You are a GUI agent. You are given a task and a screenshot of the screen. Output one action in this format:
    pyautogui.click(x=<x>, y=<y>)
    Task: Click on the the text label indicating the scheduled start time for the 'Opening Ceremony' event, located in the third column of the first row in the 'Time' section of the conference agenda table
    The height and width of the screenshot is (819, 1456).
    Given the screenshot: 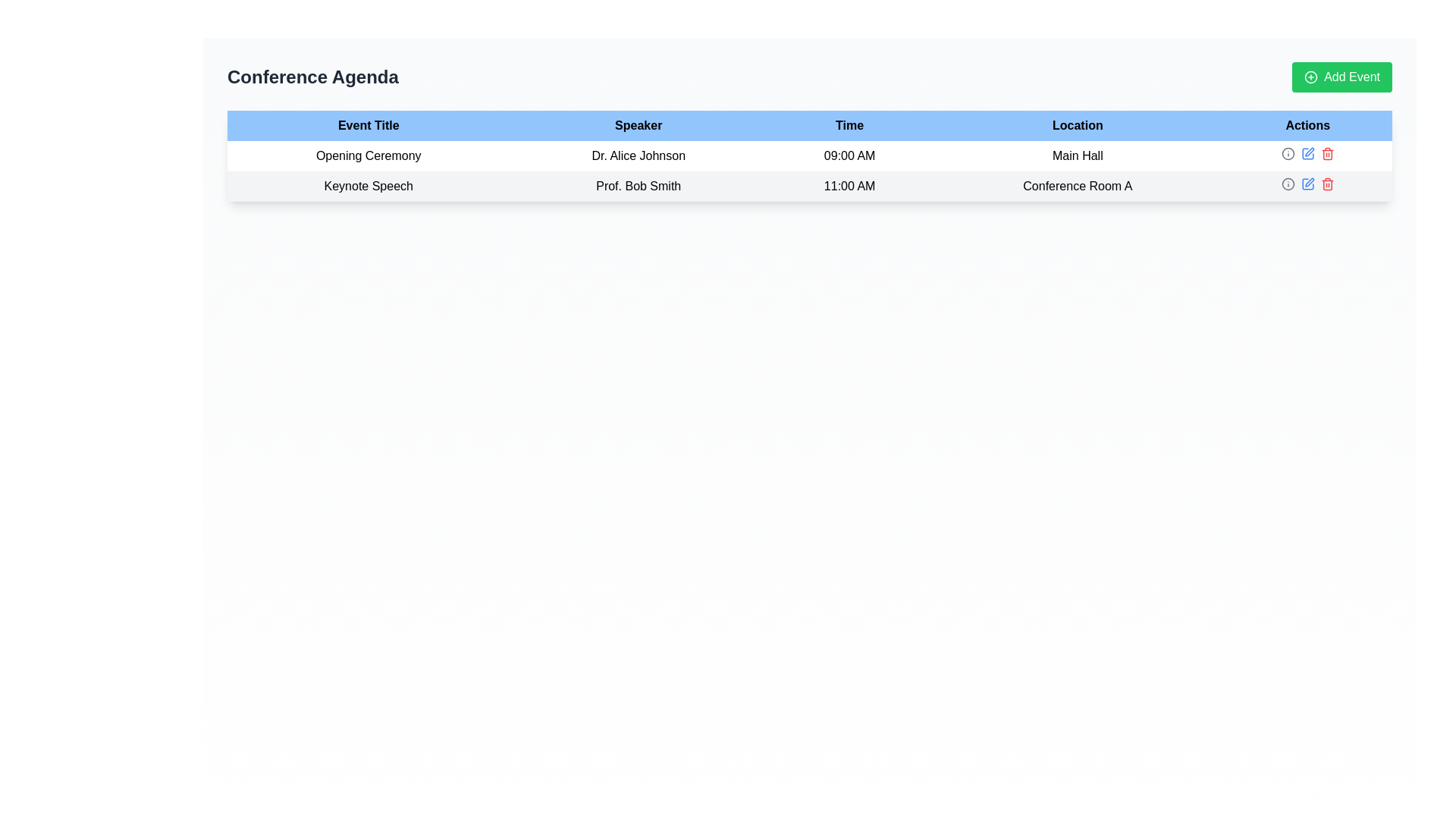 What is the action you would take?
    pyautogui.click(x=849, y=155)
    